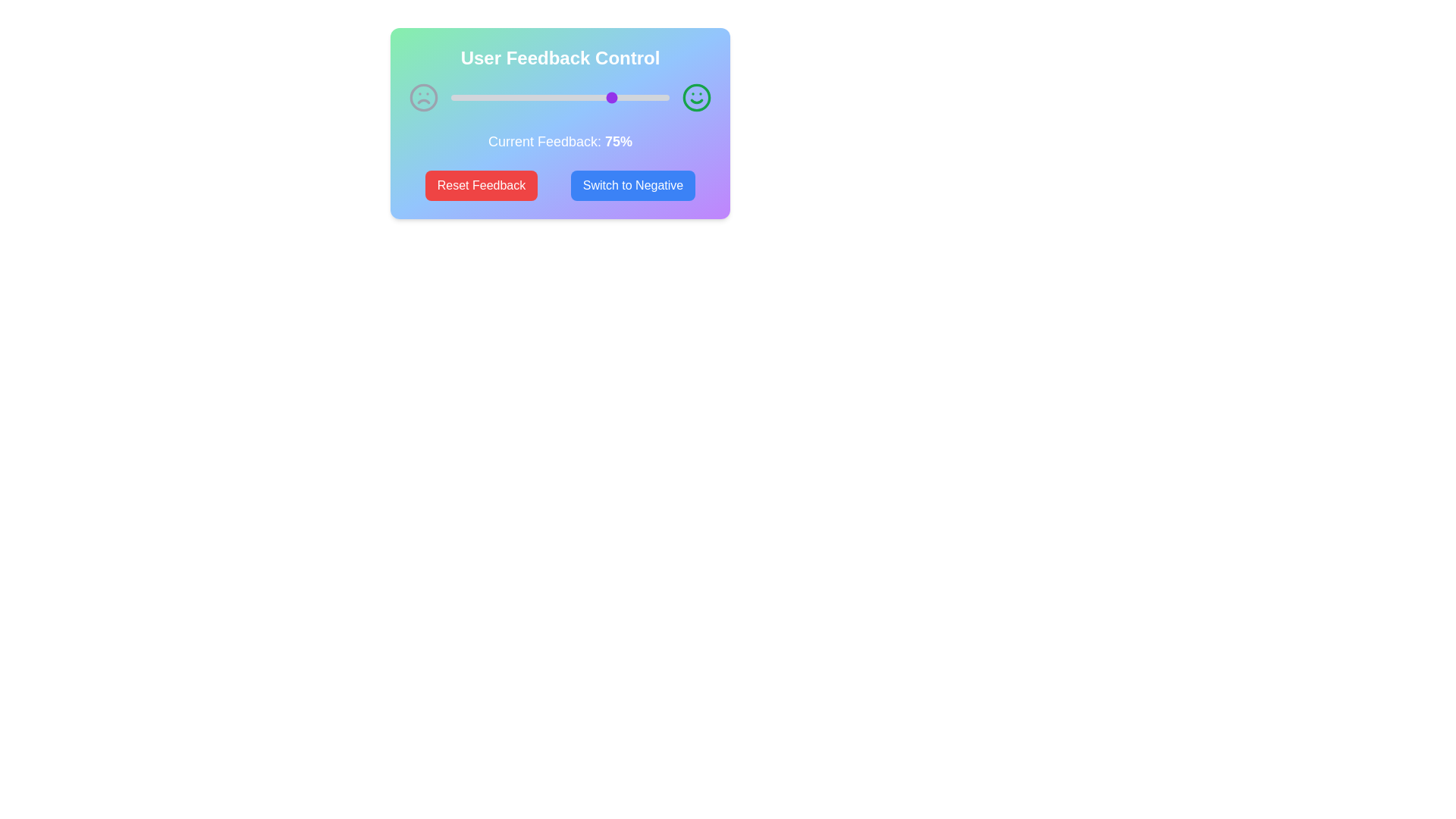 Image resolution: width=1456 pixels, height=819 pixels. What do you see at coordinates (463, 97) in the screenshot?
I see `the feedback slider to set the feedback percentage to 6` at bounding box center [463, 97].